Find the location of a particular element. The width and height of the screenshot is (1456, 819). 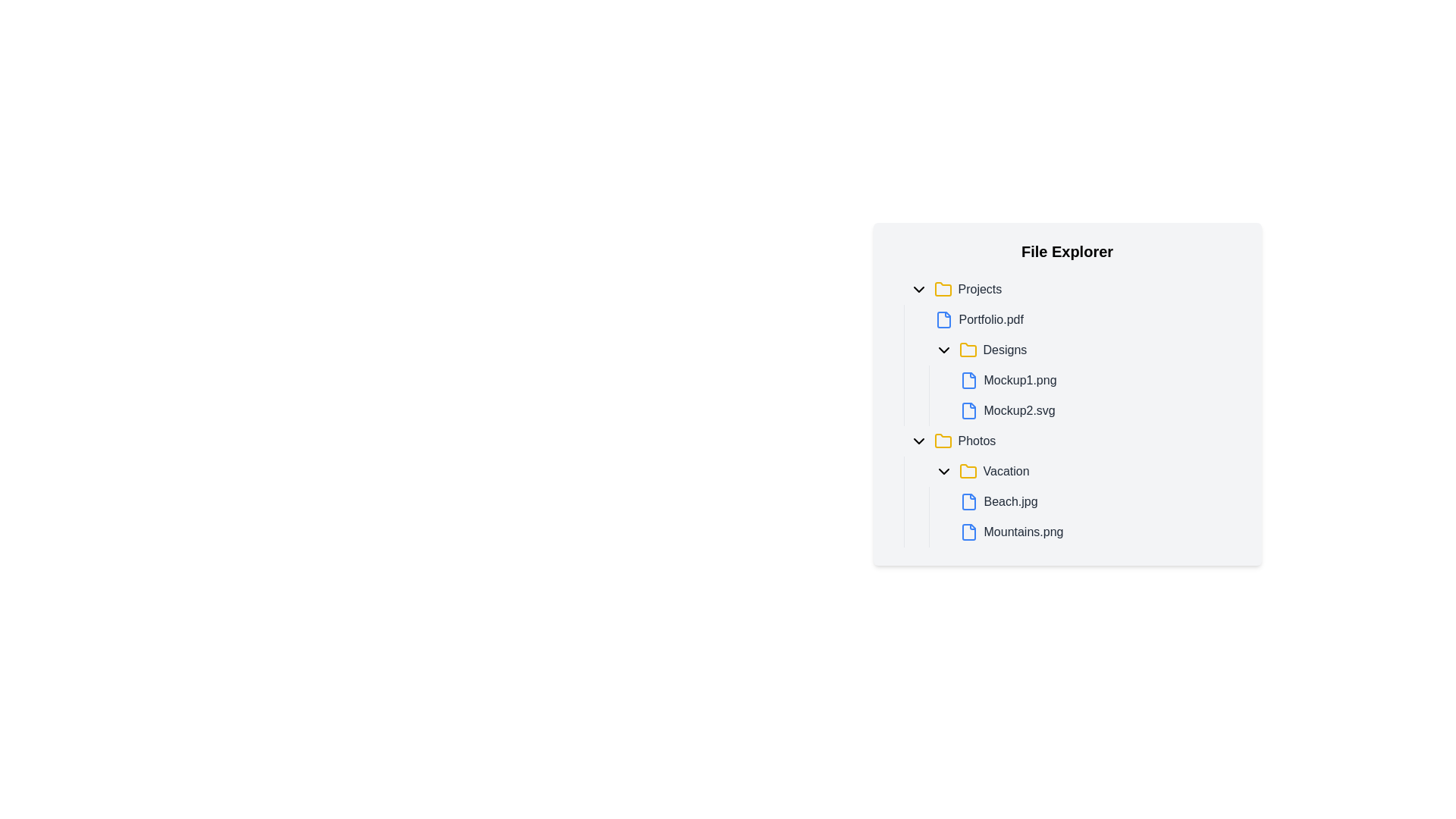

the icon representing the file 'Mountains.png' located in the 'Photos > Vacation' folder section of the file explorer is located at coordinates (968, 532).